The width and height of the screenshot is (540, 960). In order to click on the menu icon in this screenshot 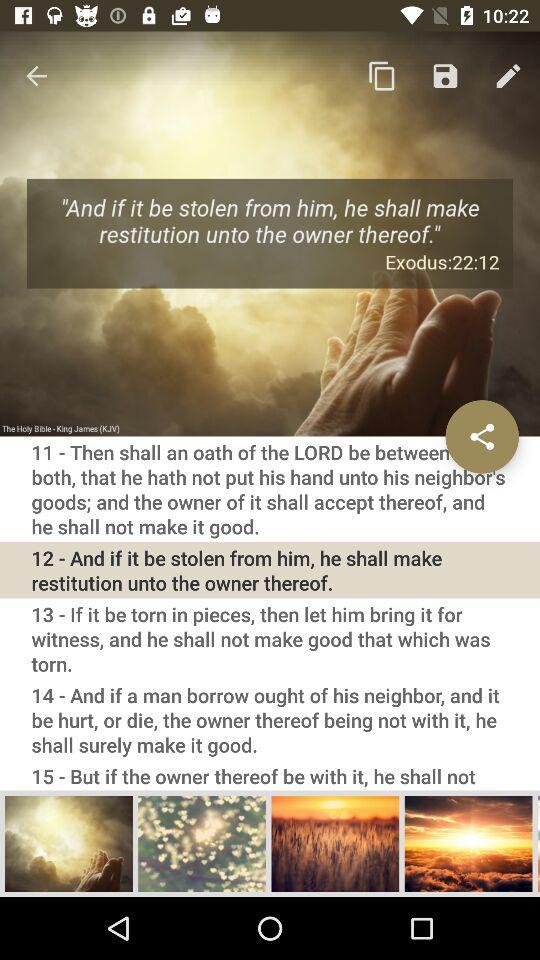, I will do `click(538, 842)`.